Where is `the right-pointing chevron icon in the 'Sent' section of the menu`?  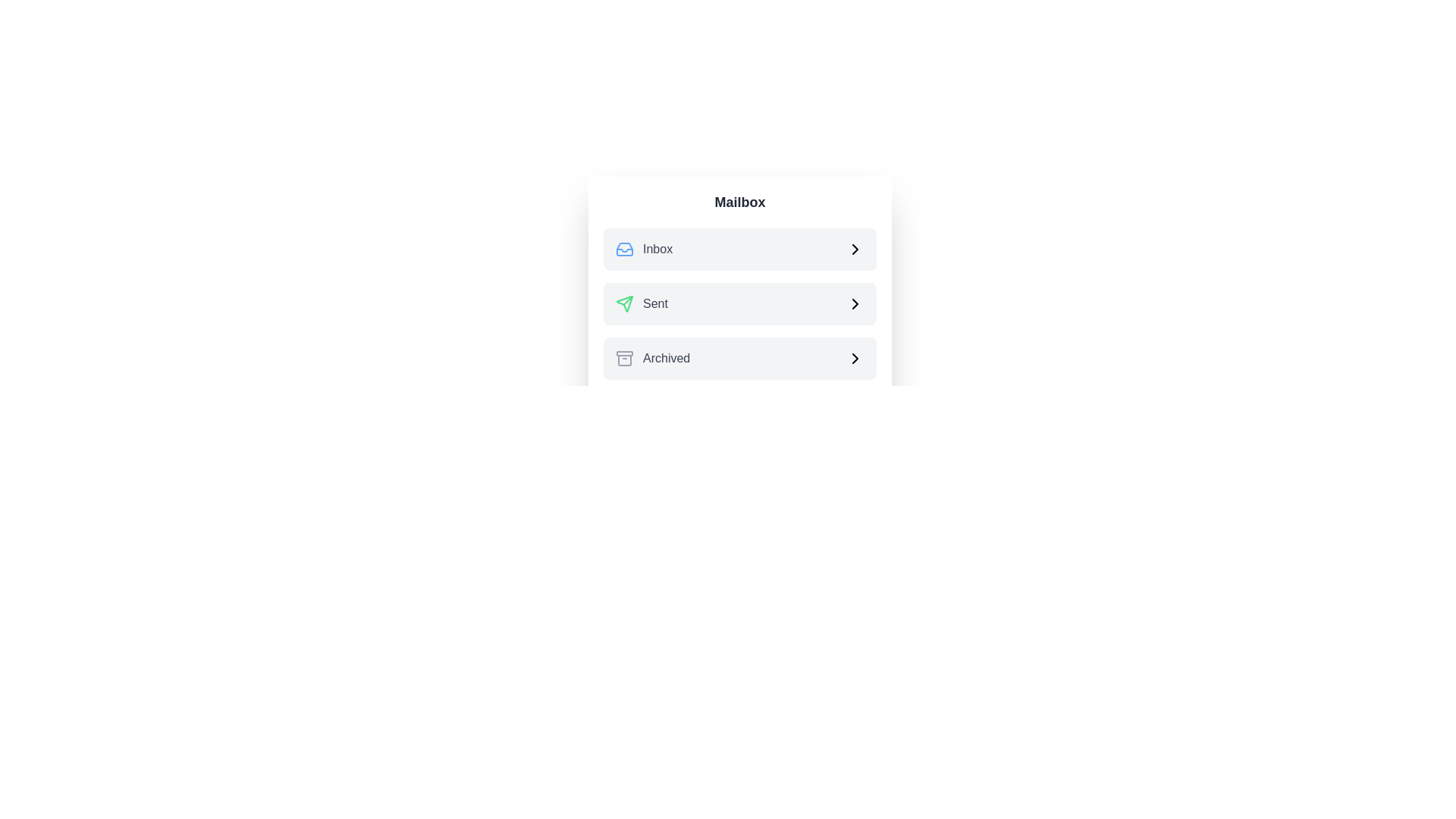
the right-pointing chevron icon in the 'Sent' section of the menu is located at coordinates (855, 304).